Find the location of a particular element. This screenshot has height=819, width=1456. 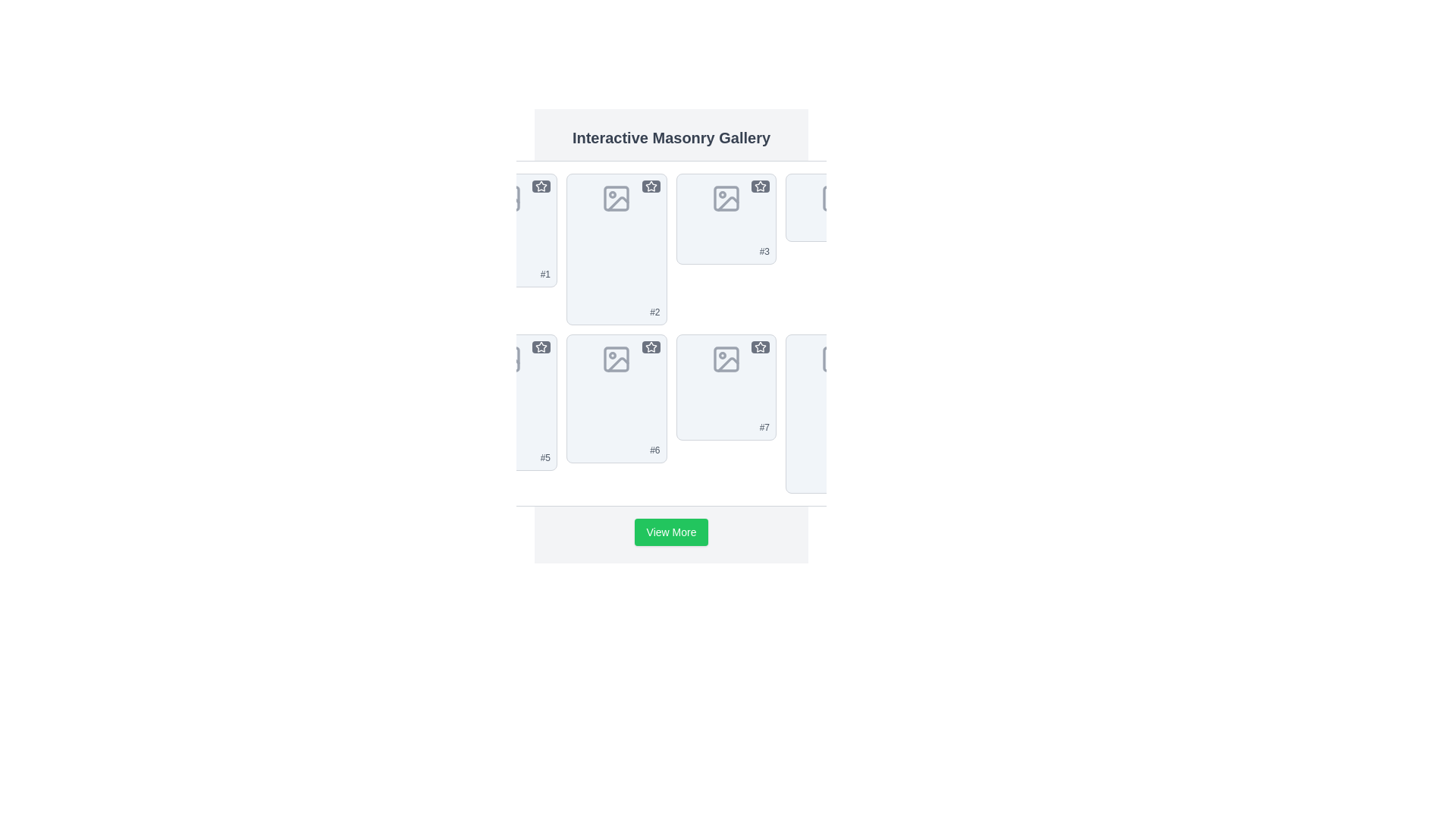

the pictorial icon representing an image placeholder, which is a bordered rectangle with a circular shape and triangular line pattern, located in card '#3' of the masonry gallery is located at coordinates (725, 198).